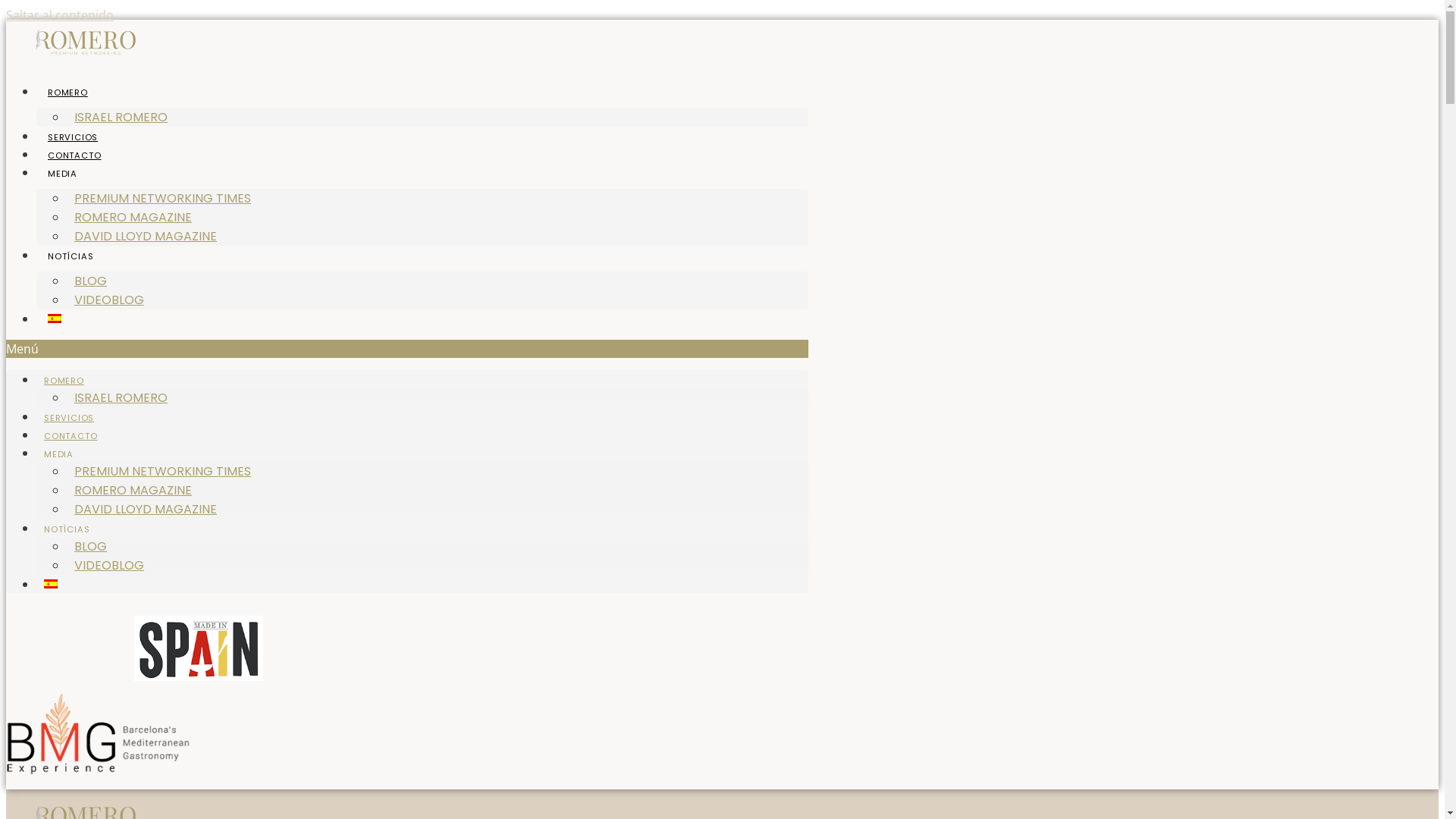 Image resolution: width=1456 pixels, height=819 pixels. I want to click on 'Logo_Romero_Premium_Networking', so click(85, 42).